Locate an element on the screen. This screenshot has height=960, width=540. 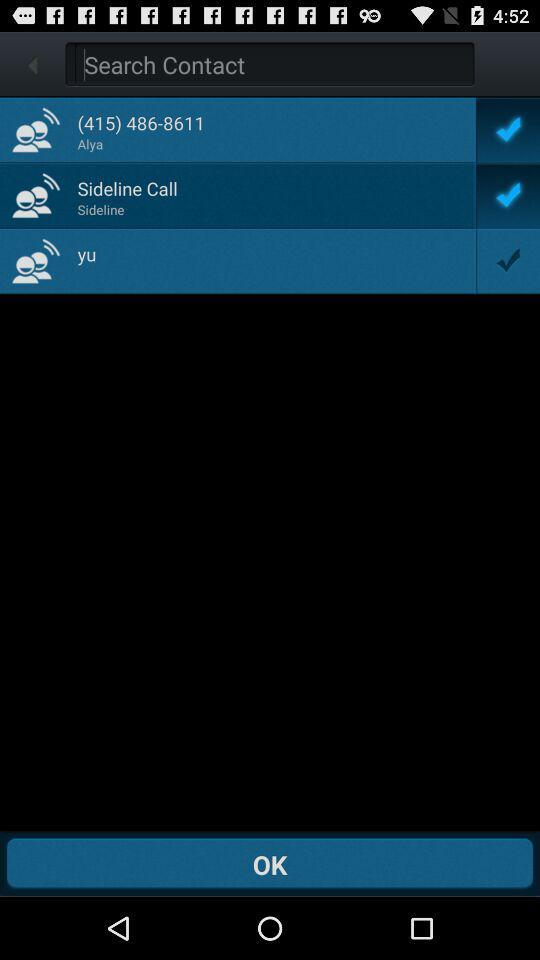
the arrow_backward icon is located at coordinates (31, 68).